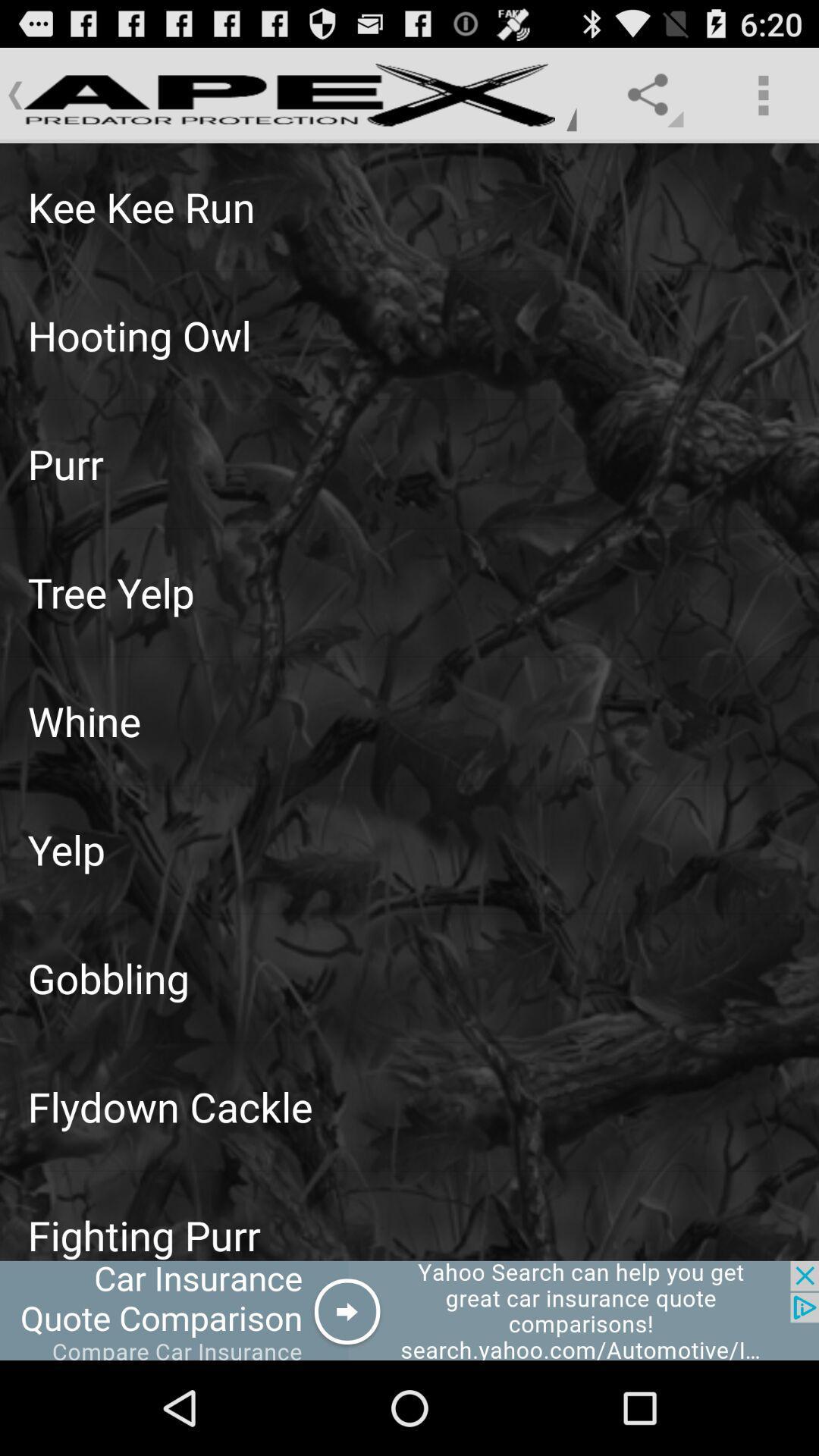 Image resolution: width=819 pixels, height=1456 pixels. Describe the element at coordinates (409, 1310) in the screenshot. I see `advertisement` at that location.